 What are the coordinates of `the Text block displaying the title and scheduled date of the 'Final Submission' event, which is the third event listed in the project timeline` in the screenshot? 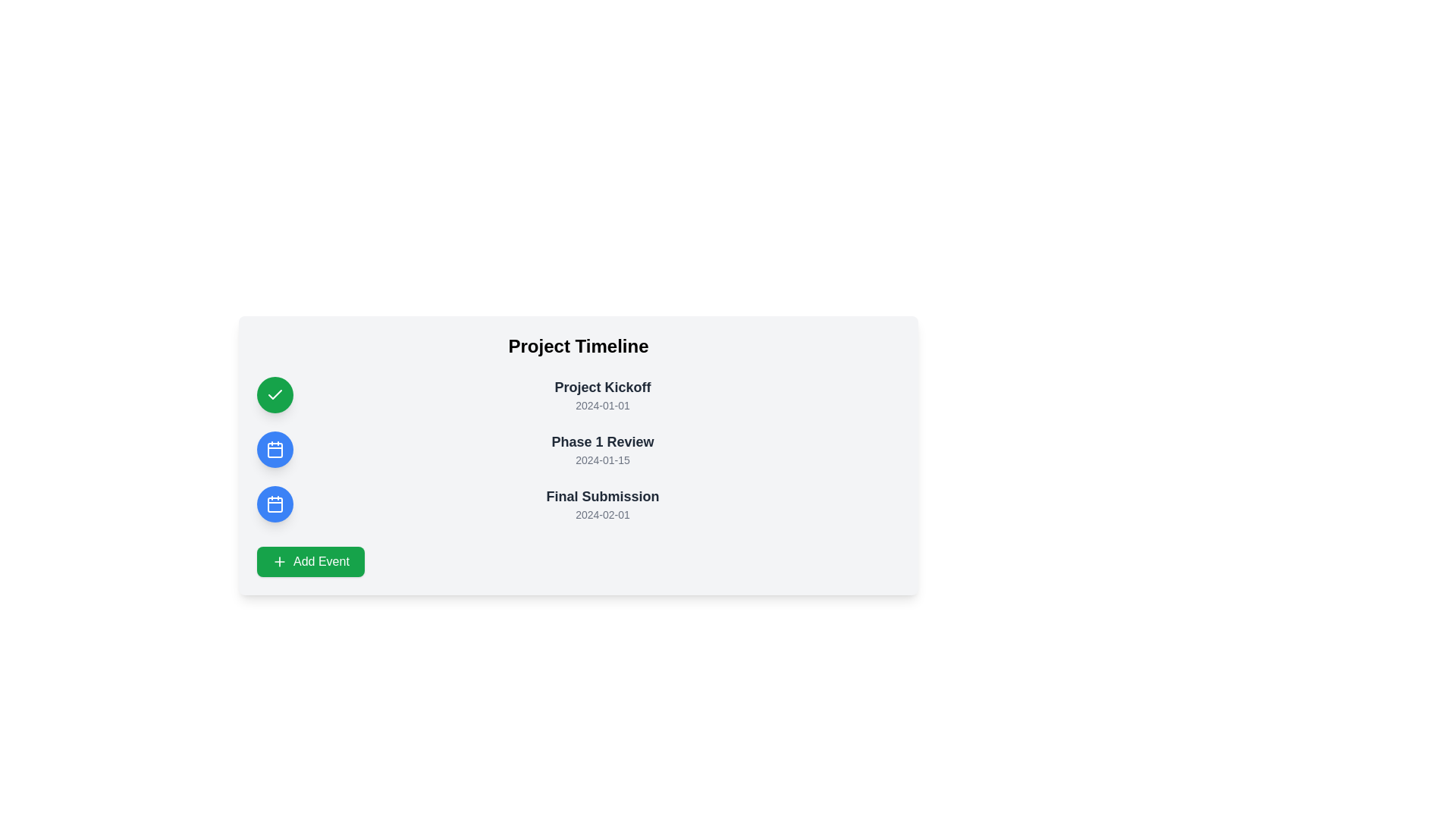 It's located at (602, 504).